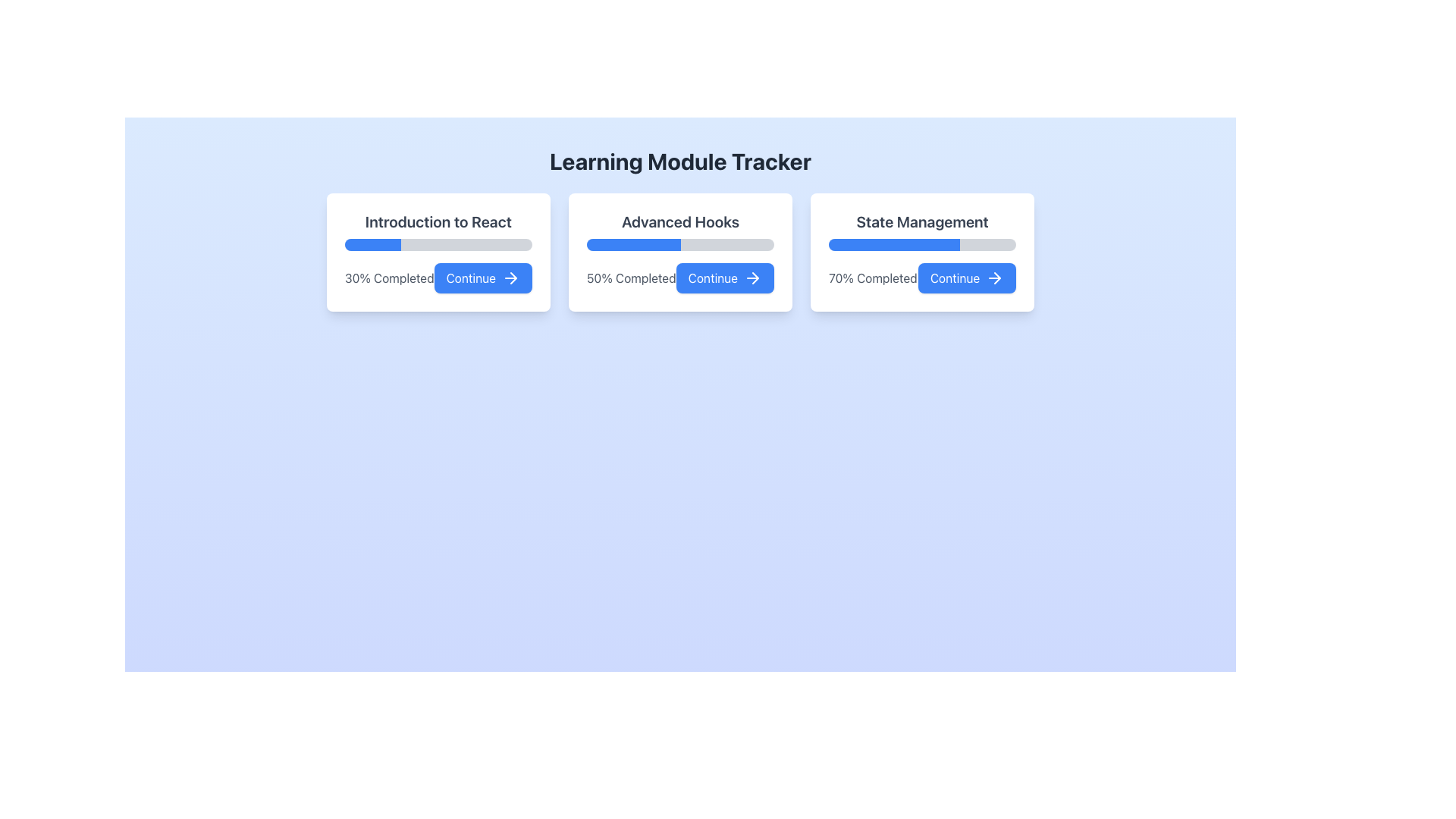 This screenshot has height=819, width=1456. I want to click on the progress bar representing the completion percentage of the 'Introduction to React' module, which is currently at 30%, so click(438, 244).